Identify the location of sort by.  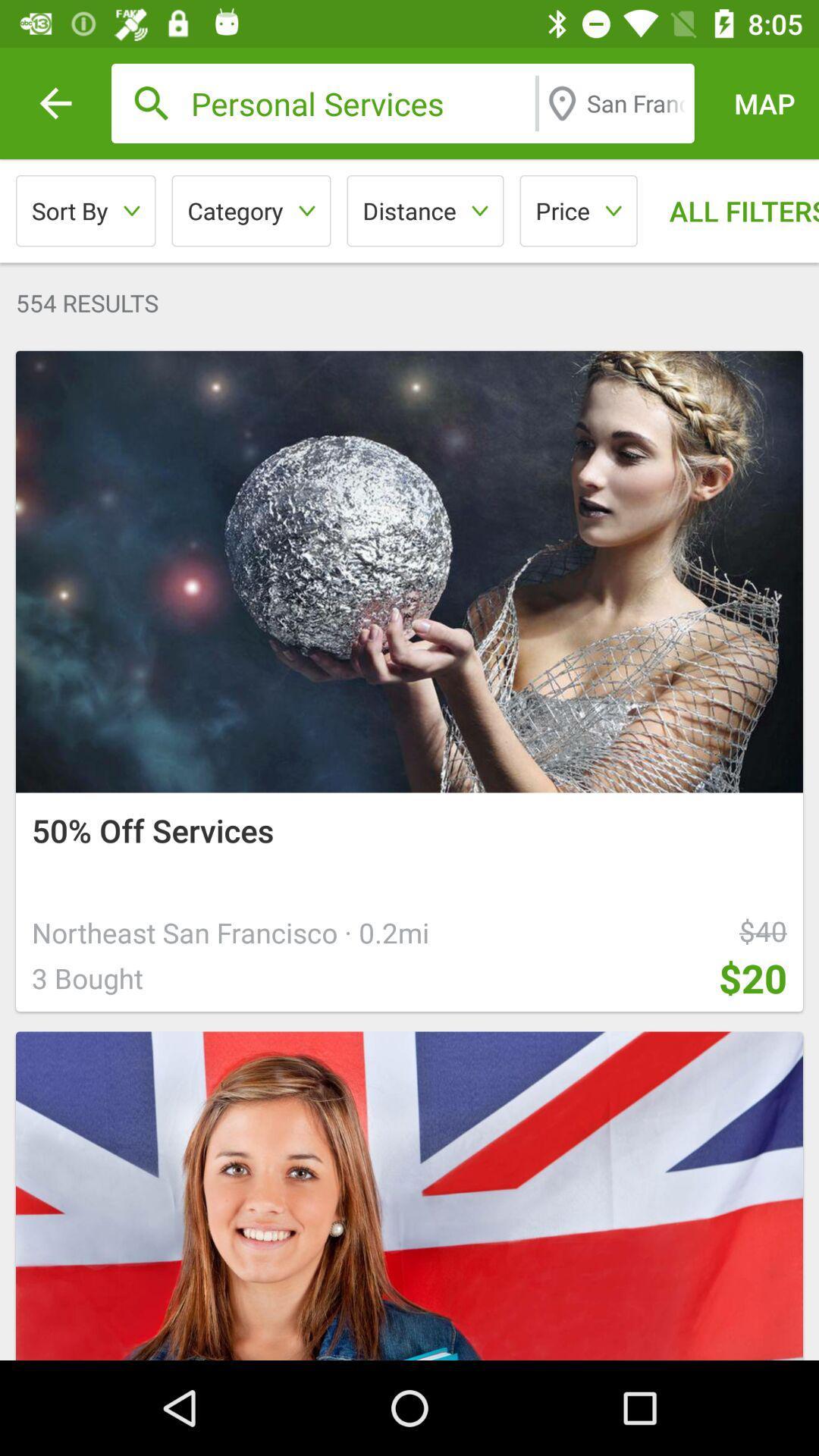
(86, 210).